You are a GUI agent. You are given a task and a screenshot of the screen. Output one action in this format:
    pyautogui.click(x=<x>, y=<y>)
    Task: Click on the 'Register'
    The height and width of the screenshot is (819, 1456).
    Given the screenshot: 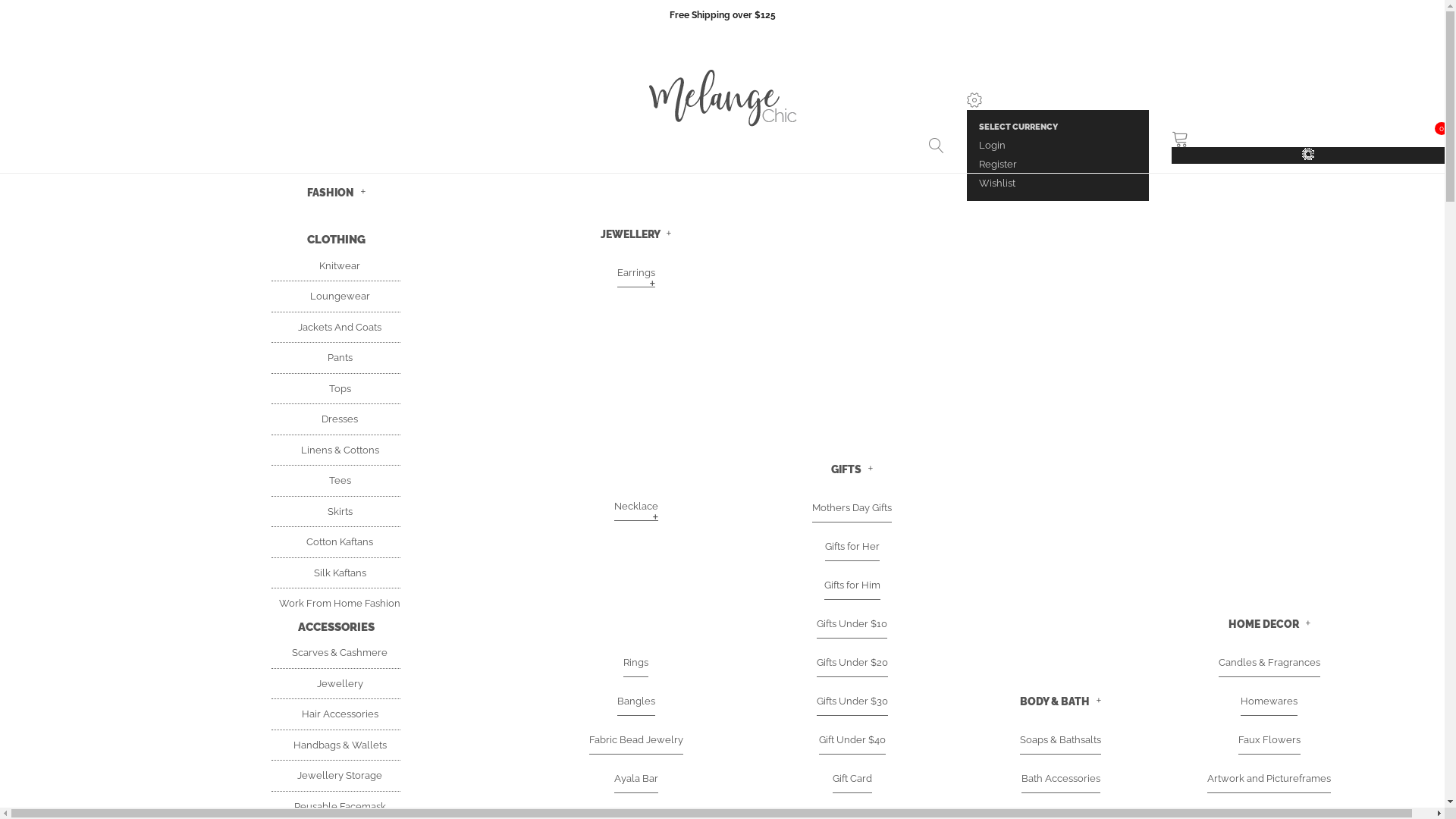 What is the action you would take?
    pyautogui.click(x=997, y=164)
    